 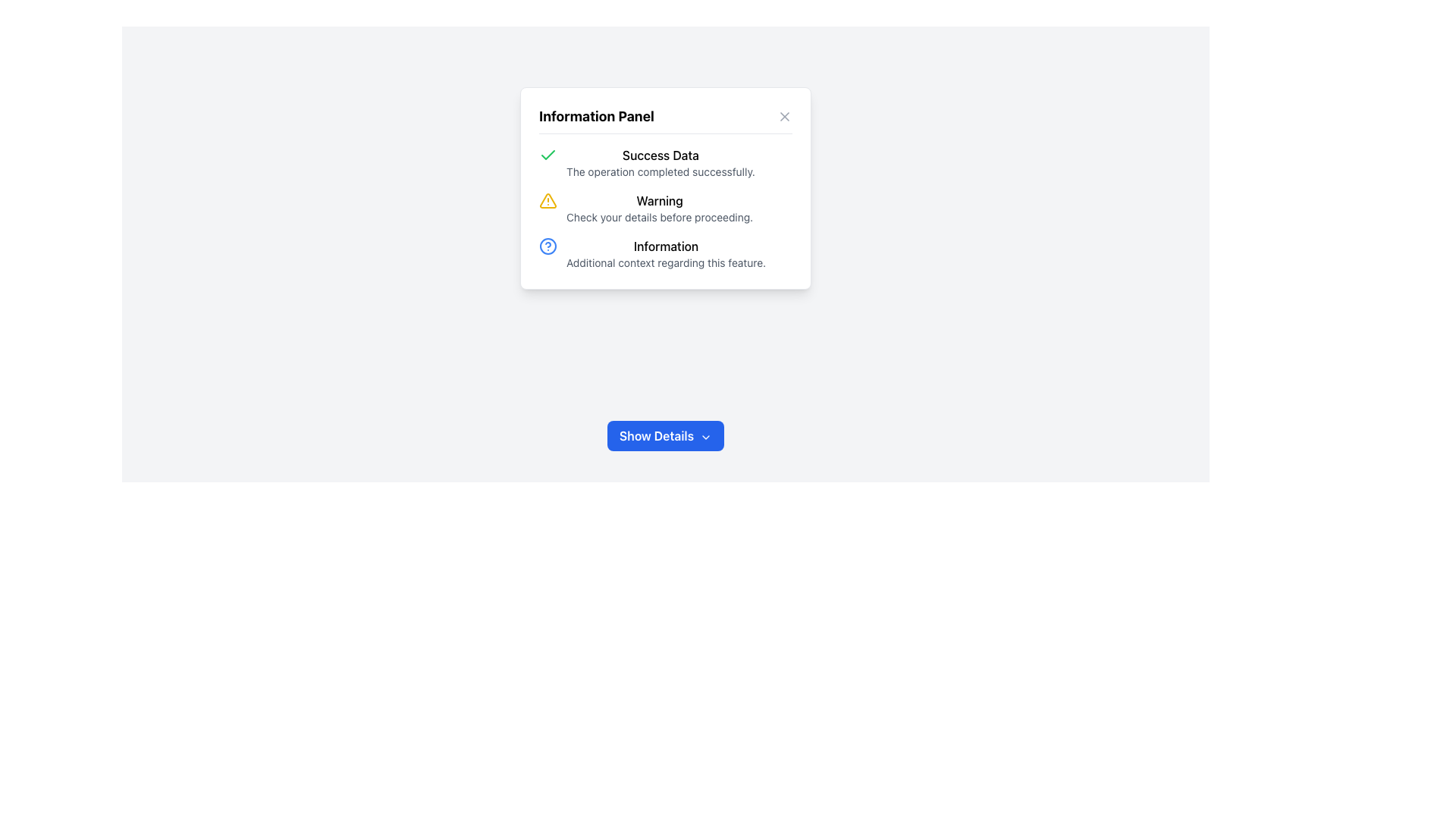 What do you see at coordinates (660, 208) in the screenshot?
I see `the warning notification text in the 'Information Panel'` at bounding box center [660, 208].